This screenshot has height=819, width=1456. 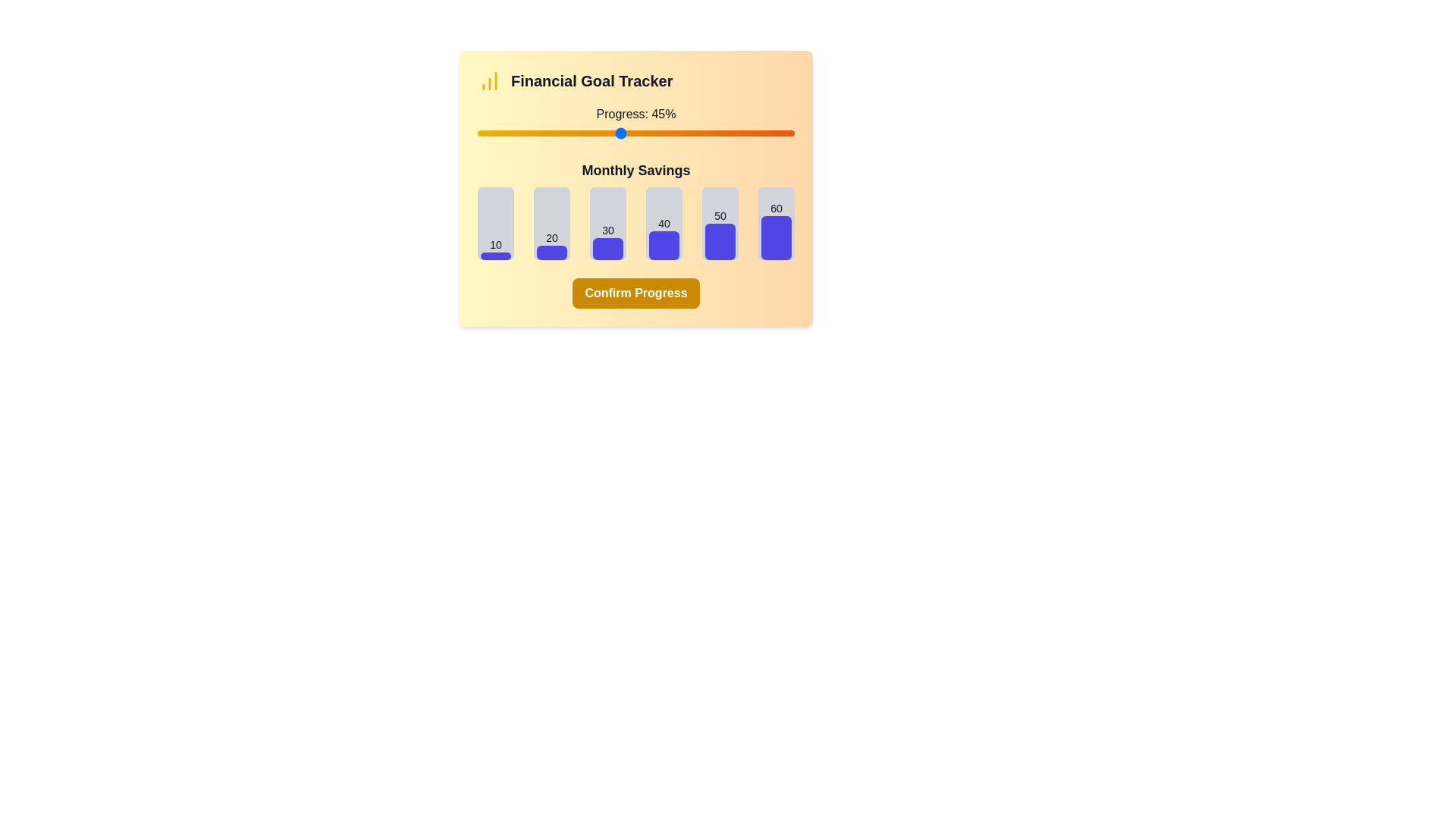 What do you see at coordinates (769, 133) in the screenshot?
I see `the progress slider to 92%` at bounding box center [769, 133].